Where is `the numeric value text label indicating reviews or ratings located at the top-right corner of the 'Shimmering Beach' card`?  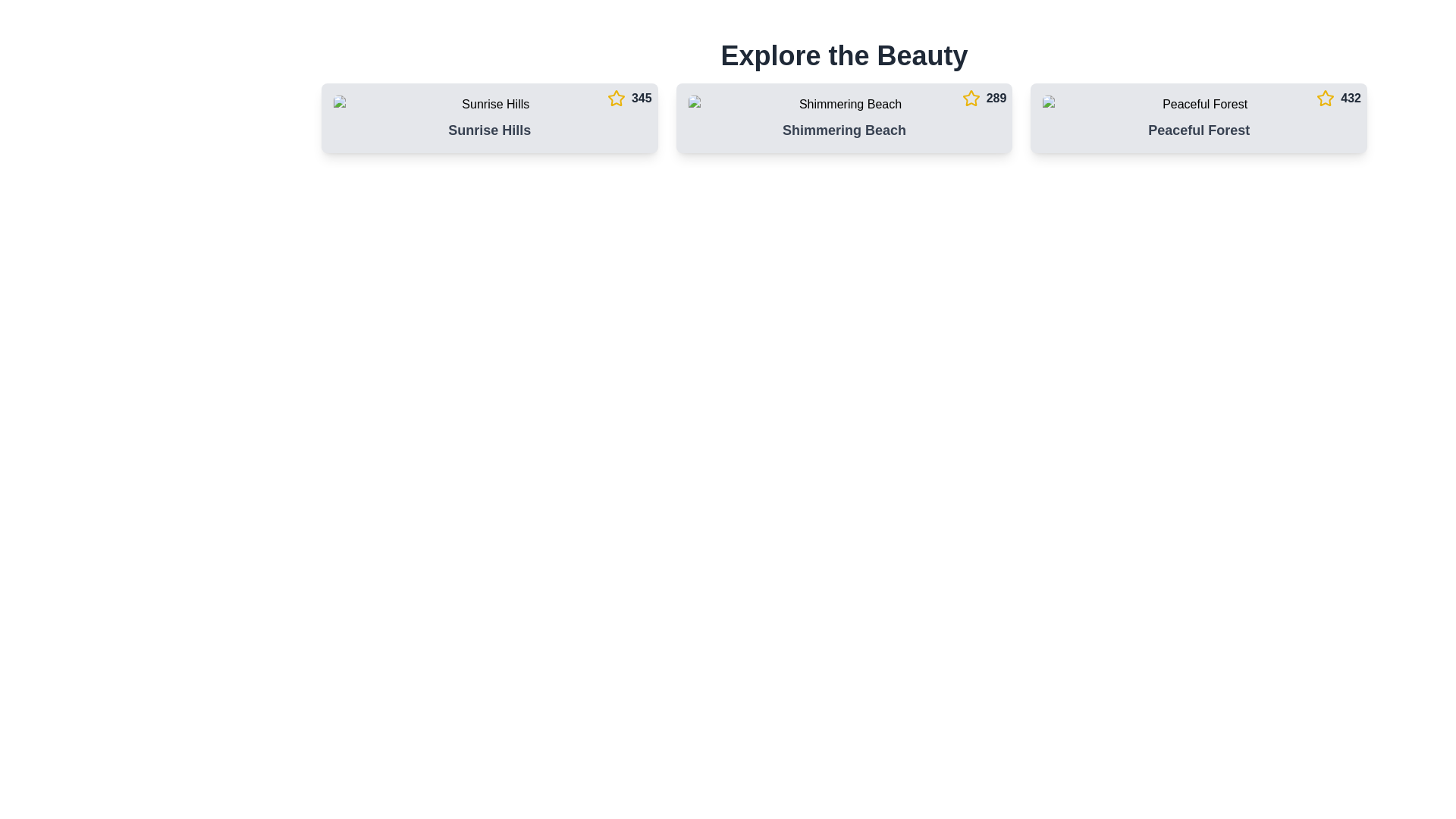 the numeric value text label indicating reviews or ratings located at the top-right corner of the 'Shimmering Beach' card is located at coordinates (996, 99).